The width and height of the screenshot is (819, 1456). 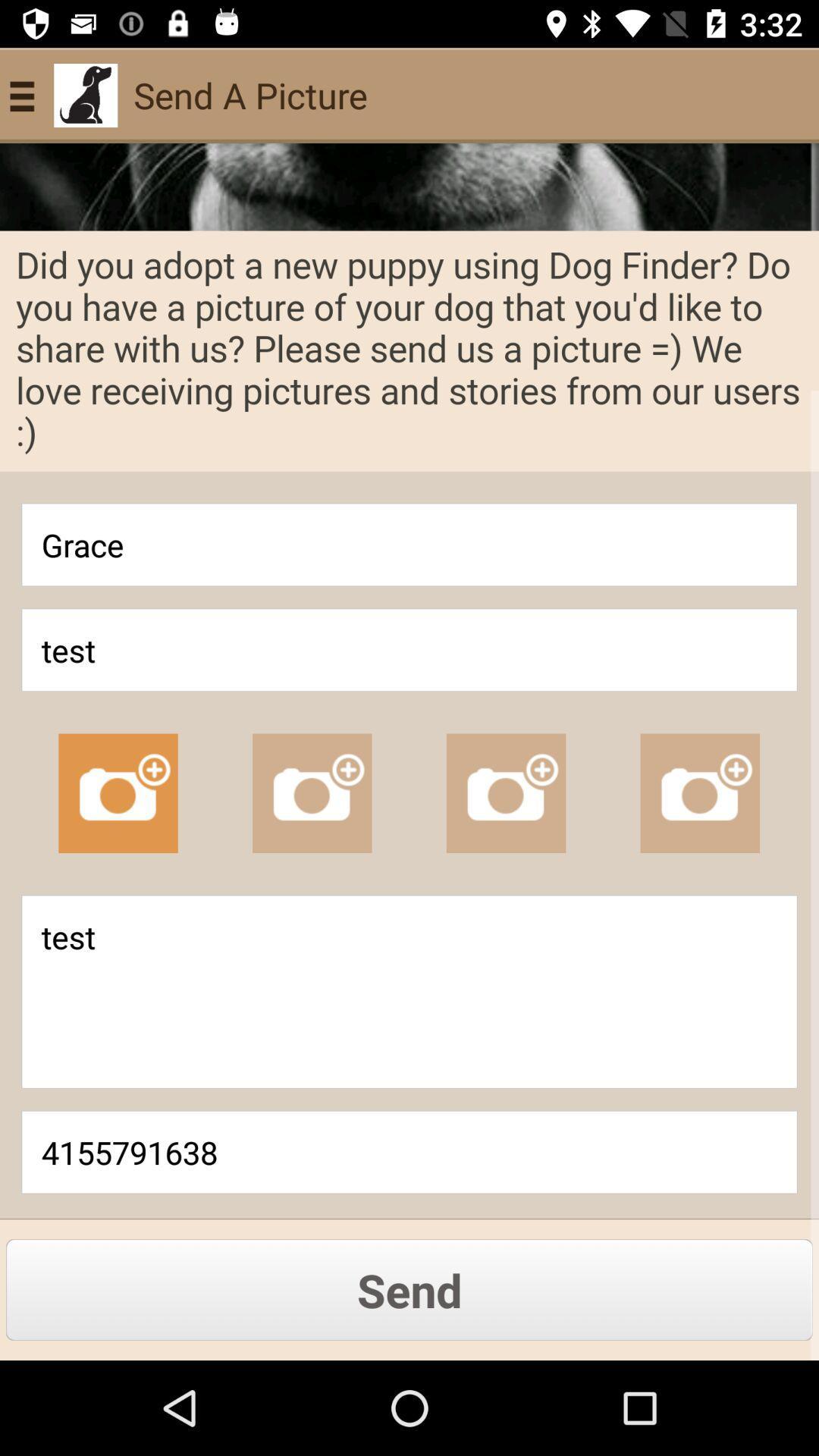 What do you see at coordinates (409, 650) in the screenshot?
I see `tap on the box that reads test shown below grace` at bounding box center [409, 650].